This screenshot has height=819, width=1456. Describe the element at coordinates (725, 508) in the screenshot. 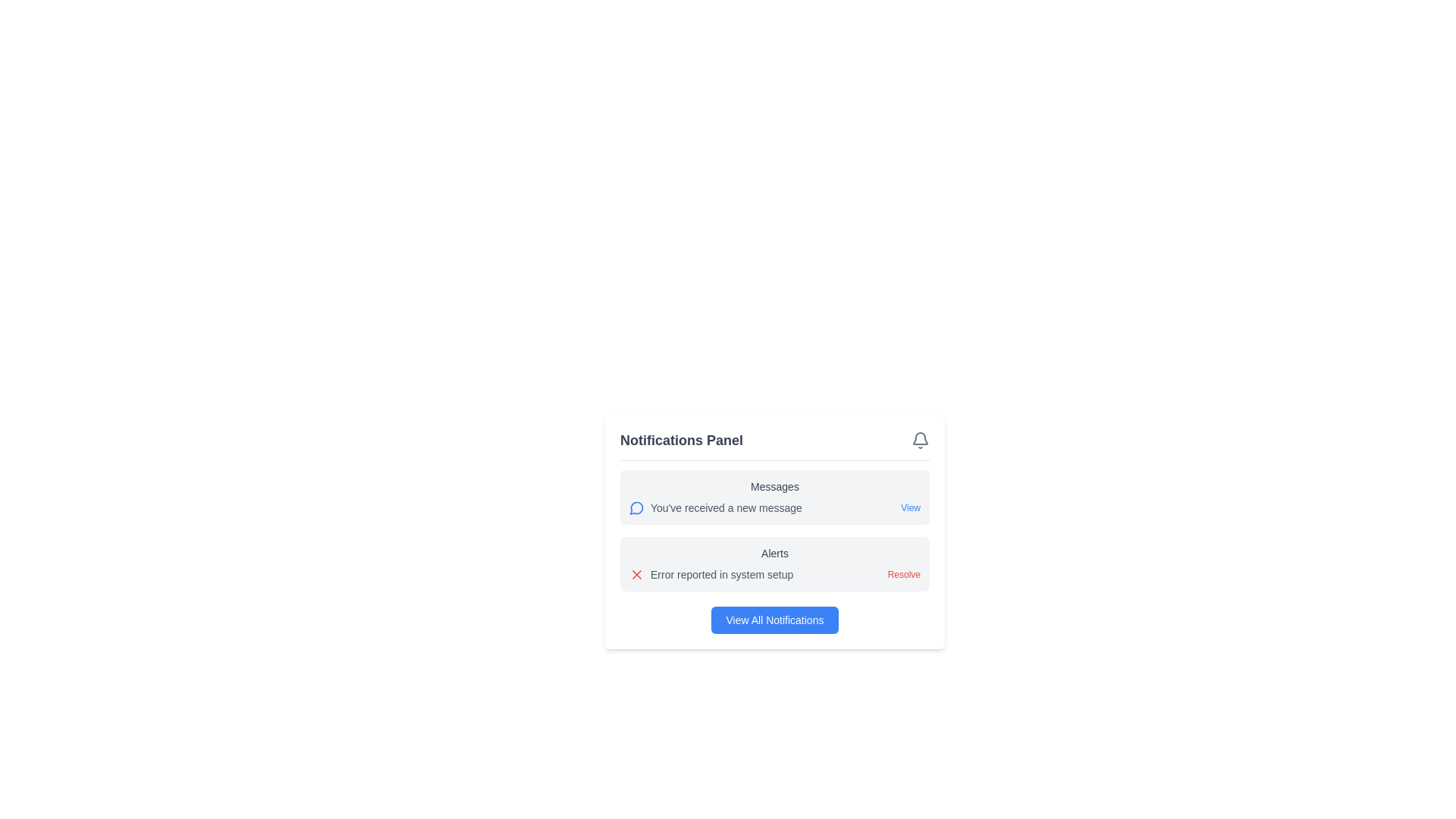

I see `text from the notification message label located under the 'Messages' section in the notification interface, positioned beside an icon and a 'View' button` at that location.